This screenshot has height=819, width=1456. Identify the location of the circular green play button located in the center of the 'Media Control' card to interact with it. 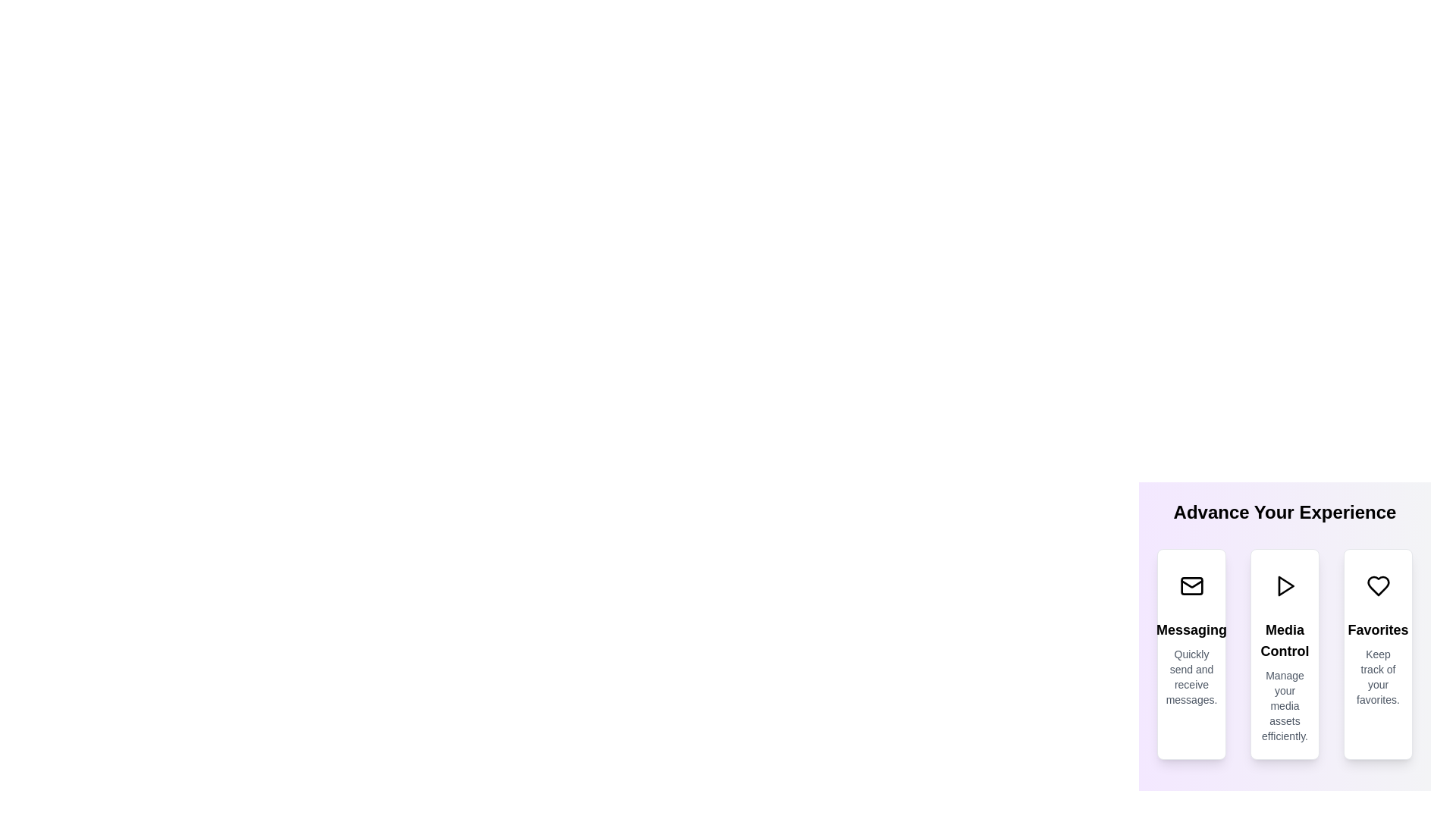
(1284, 585).